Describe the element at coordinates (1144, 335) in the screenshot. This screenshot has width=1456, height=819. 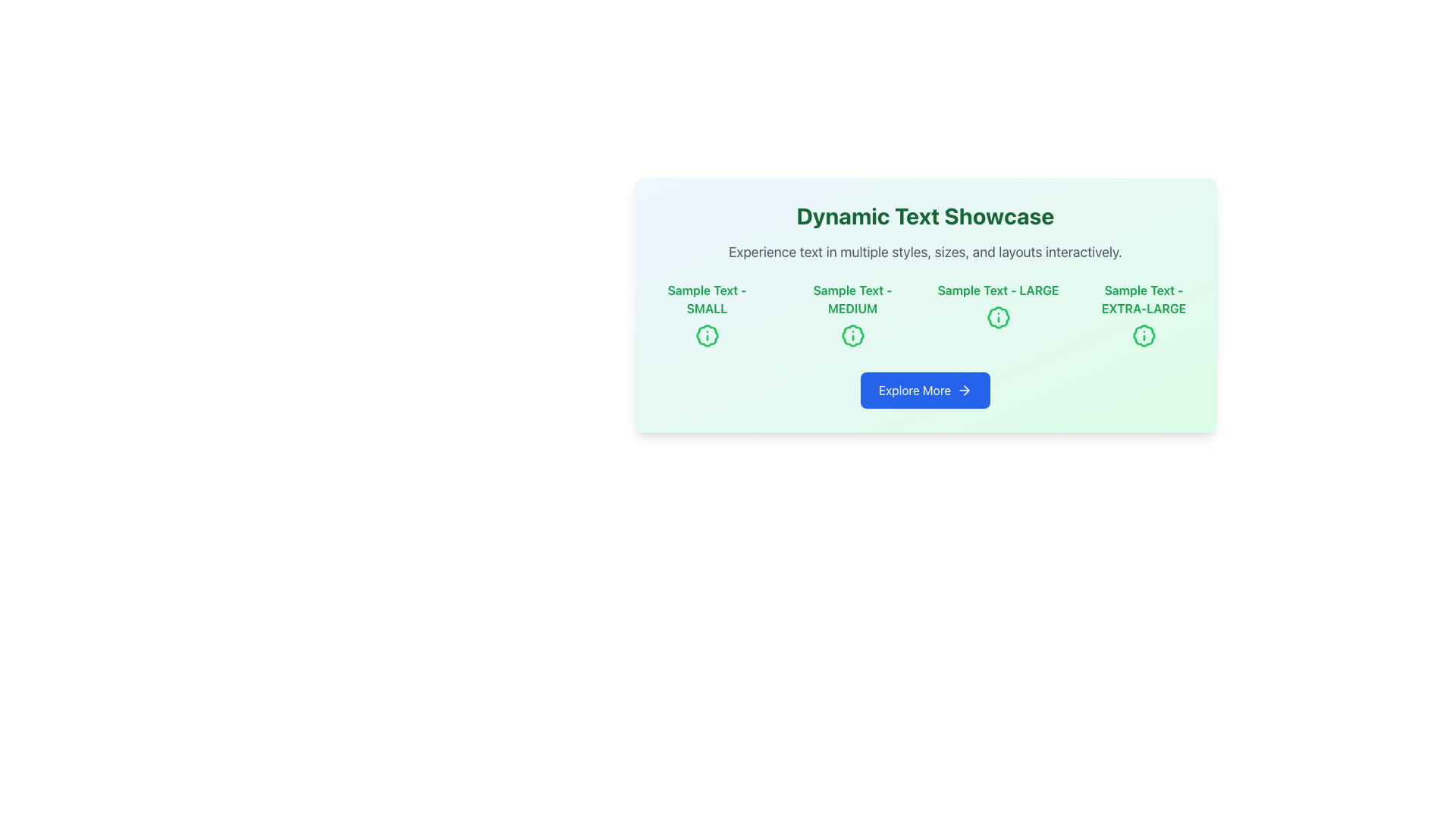
I see `the decorative graphic icon located underneath the 'Sample Text - EXTRA-LARGE' label, which is the fourth element in a horizontal grouping` at that location.